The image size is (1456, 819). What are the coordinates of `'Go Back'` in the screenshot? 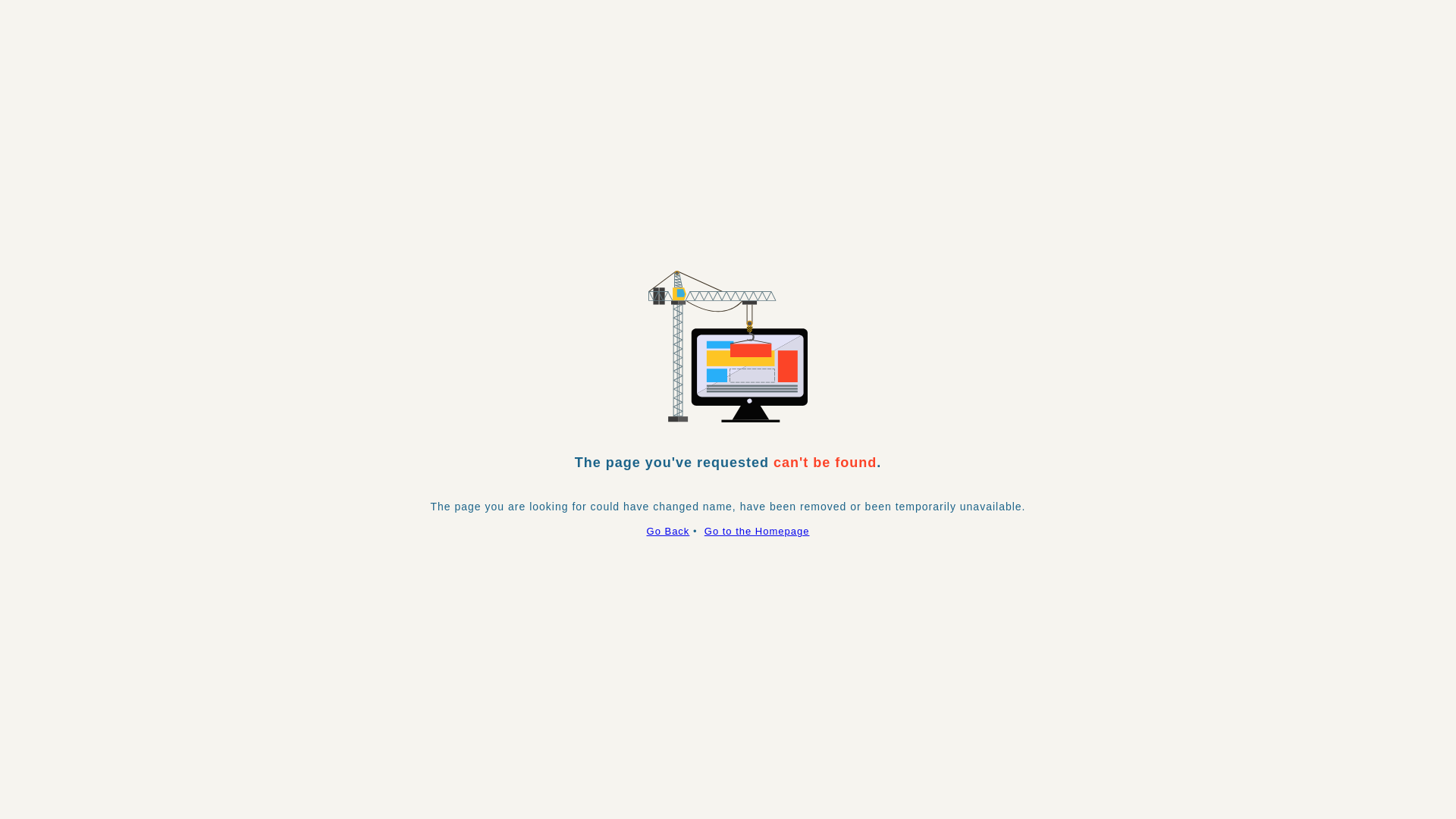 It's located at (667, 530).